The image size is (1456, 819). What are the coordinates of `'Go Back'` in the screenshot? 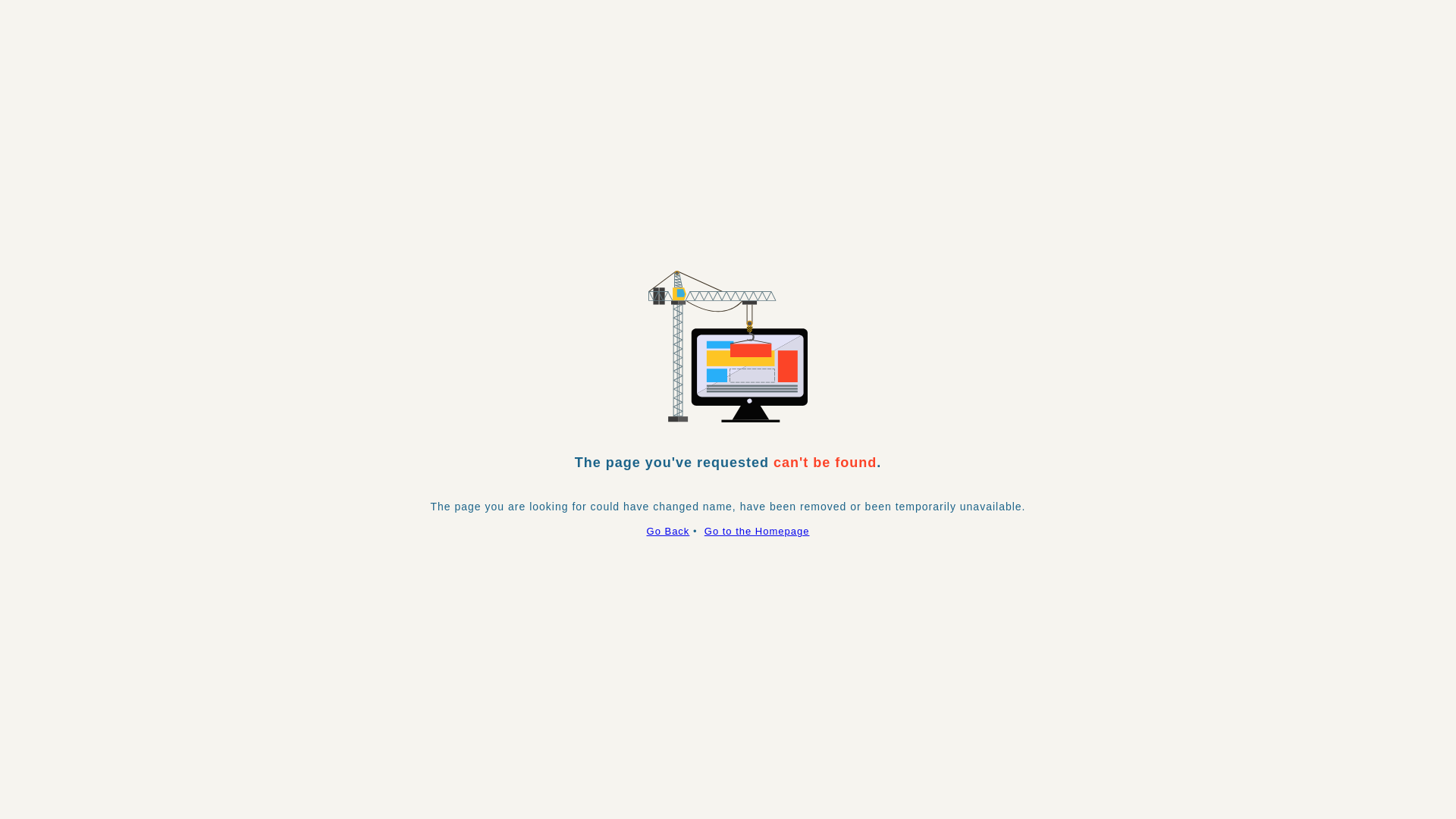 It's located at (667, 530).